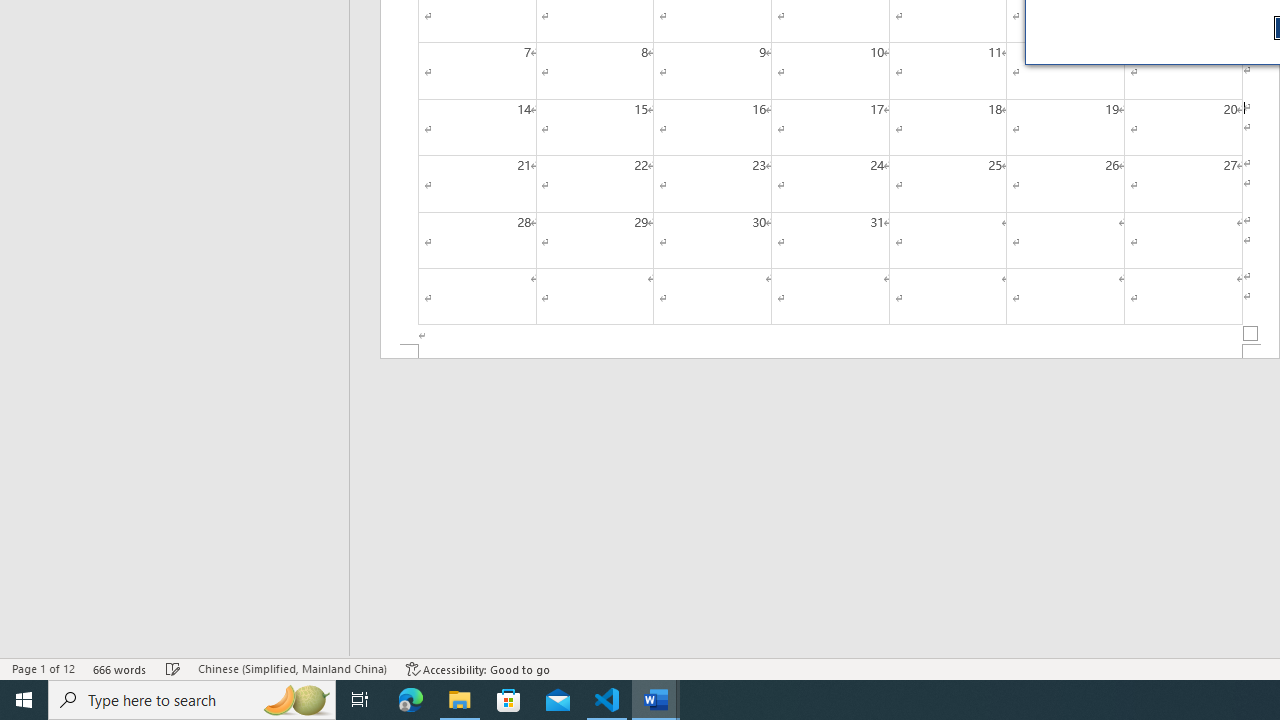 Image resolution: width=1280 pixels, height=720 pixels. Describe the element at coordinates (656, 698) in the screenshot. I see `'Word - 2 running windows'` at that location.